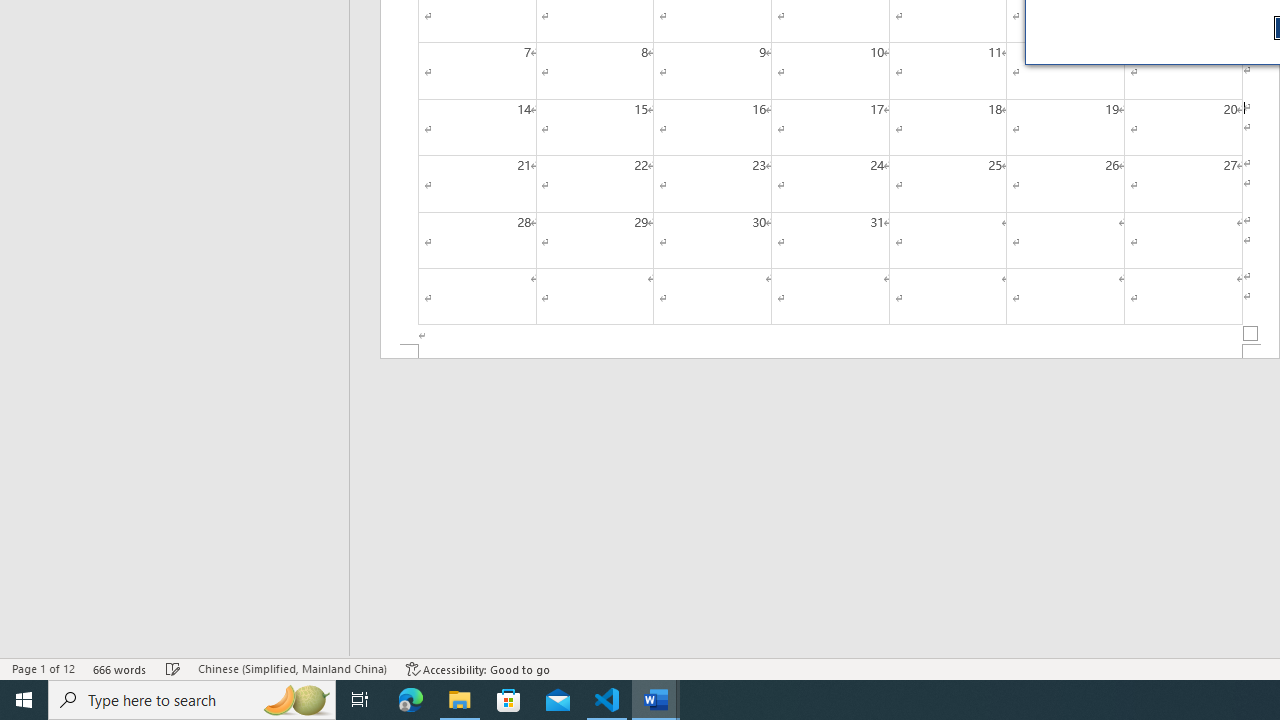 Image resolution: width=1280 pixels, height=720 pixels. Describe the element at coordinates (656, 698) in the screenshot. I see `'Word - 2 running windows'` at that location.